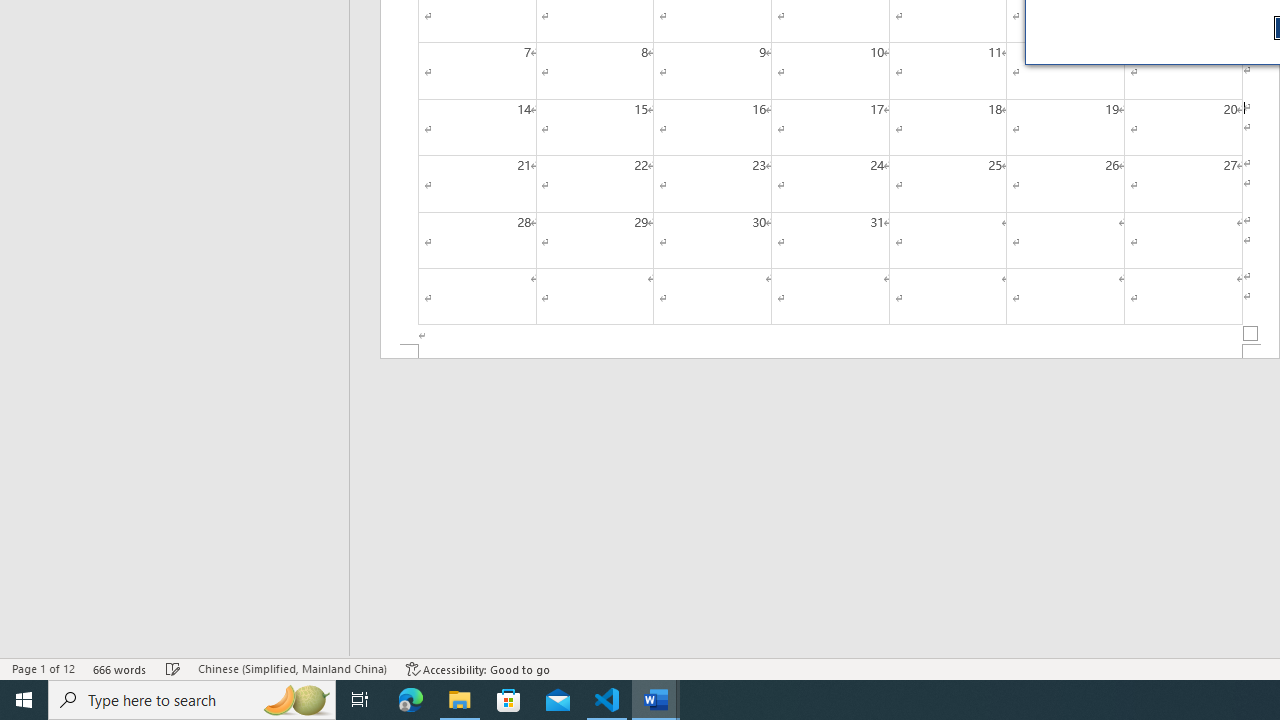 Image resolution: width=1280 pixels, height=720 pixels. Describe the element at coordinates (656, 698) in the screenshot. I see `'Word - 2 running windows'` at that location.